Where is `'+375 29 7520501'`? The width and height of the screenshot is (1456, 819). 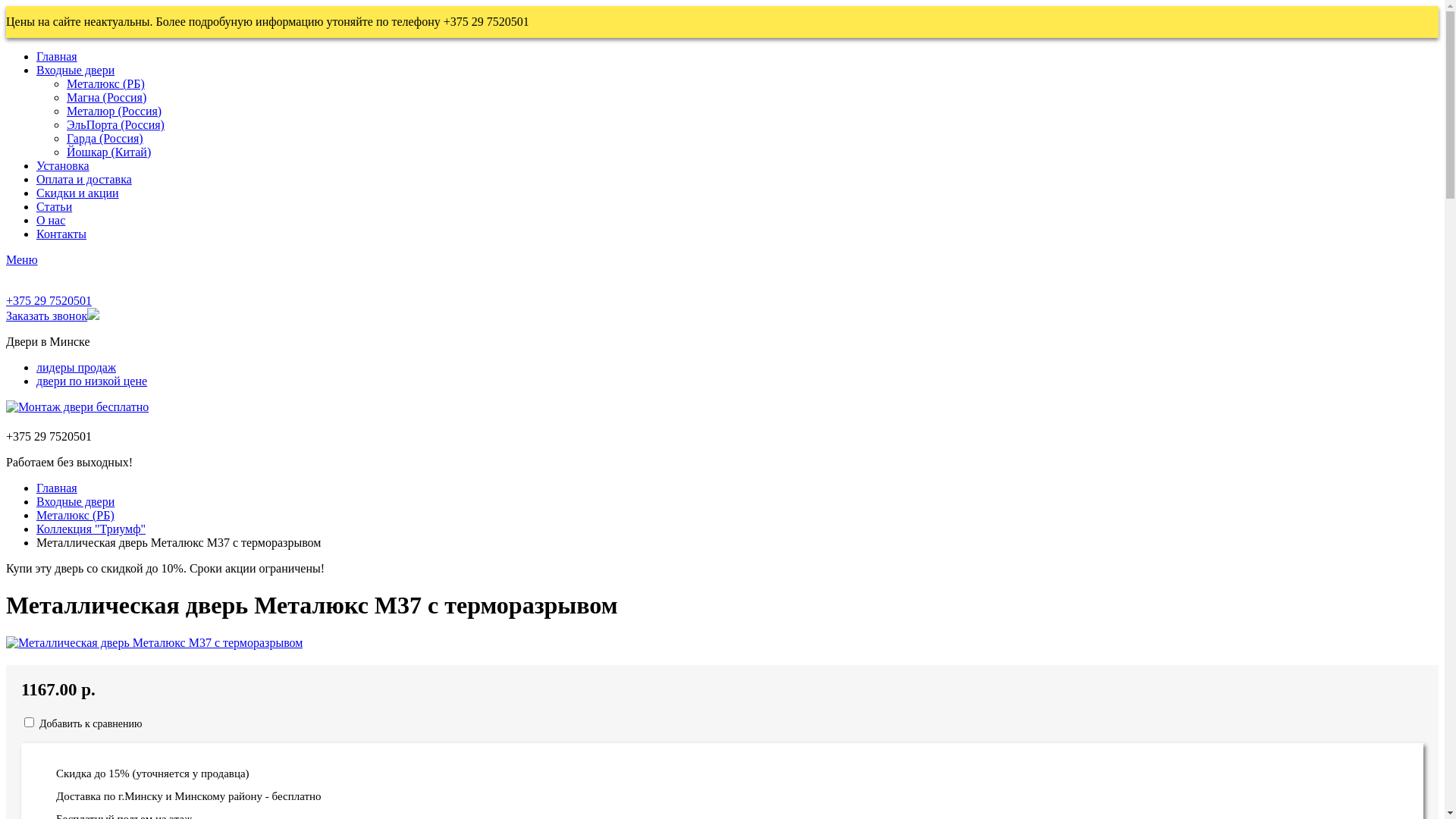 '+375 29 7520501' is located at coordinates (6, 300).